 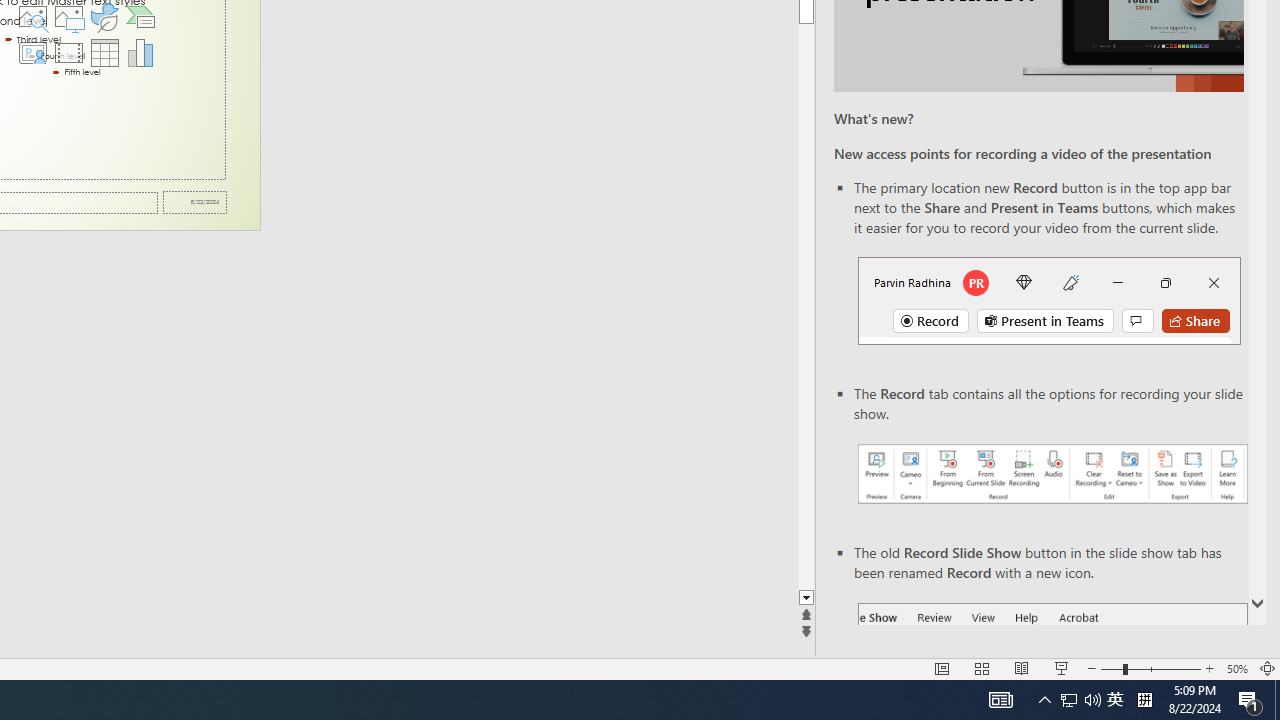 What do you see at coordinates (32, 16) in the screenshot?
I see `'Stock Images'` at bounding box center [32, 16].